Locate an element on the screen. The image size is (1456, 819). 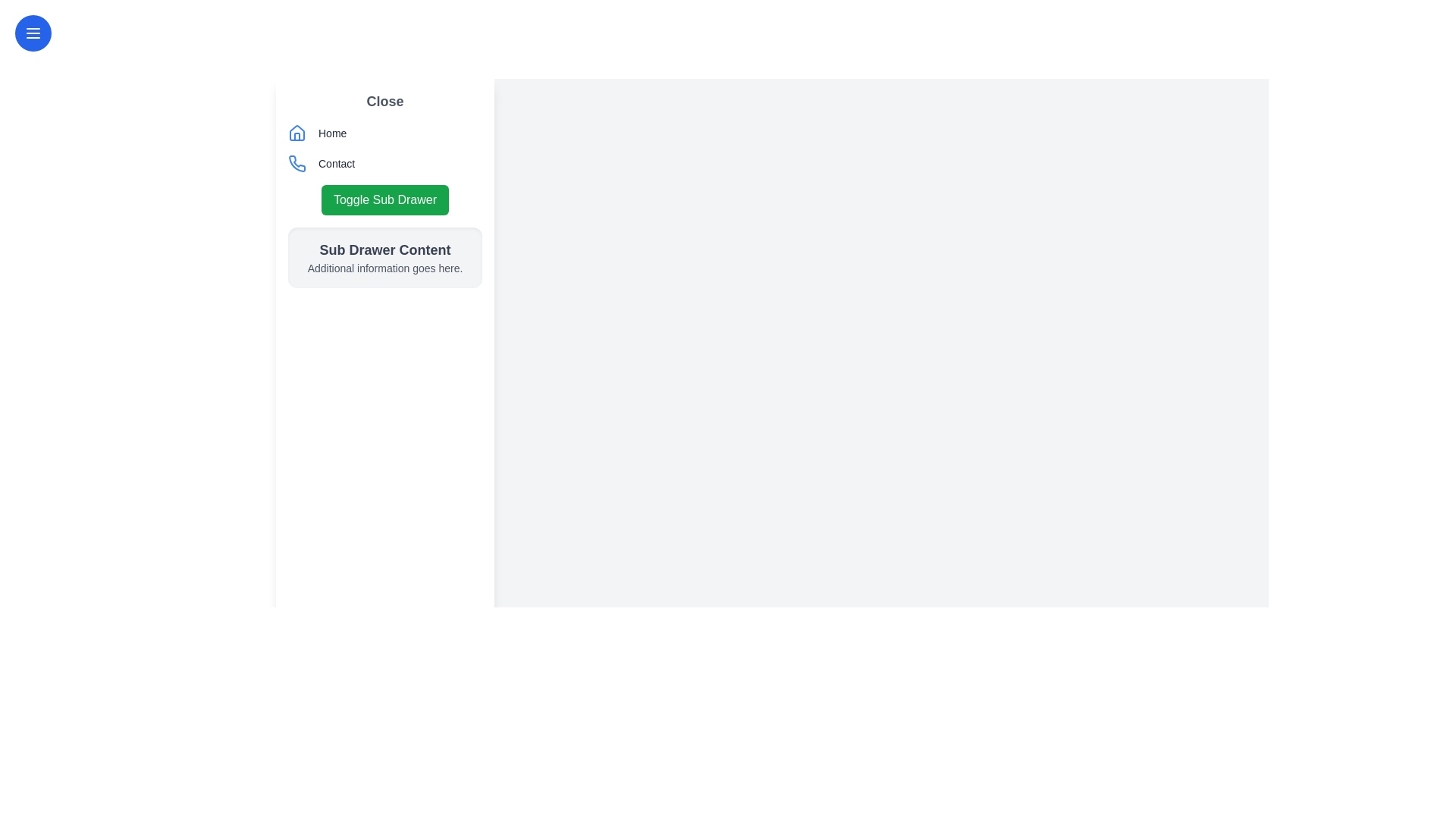
the non-interactive text label located at the top of the panel is located at coordinates (385, 102).